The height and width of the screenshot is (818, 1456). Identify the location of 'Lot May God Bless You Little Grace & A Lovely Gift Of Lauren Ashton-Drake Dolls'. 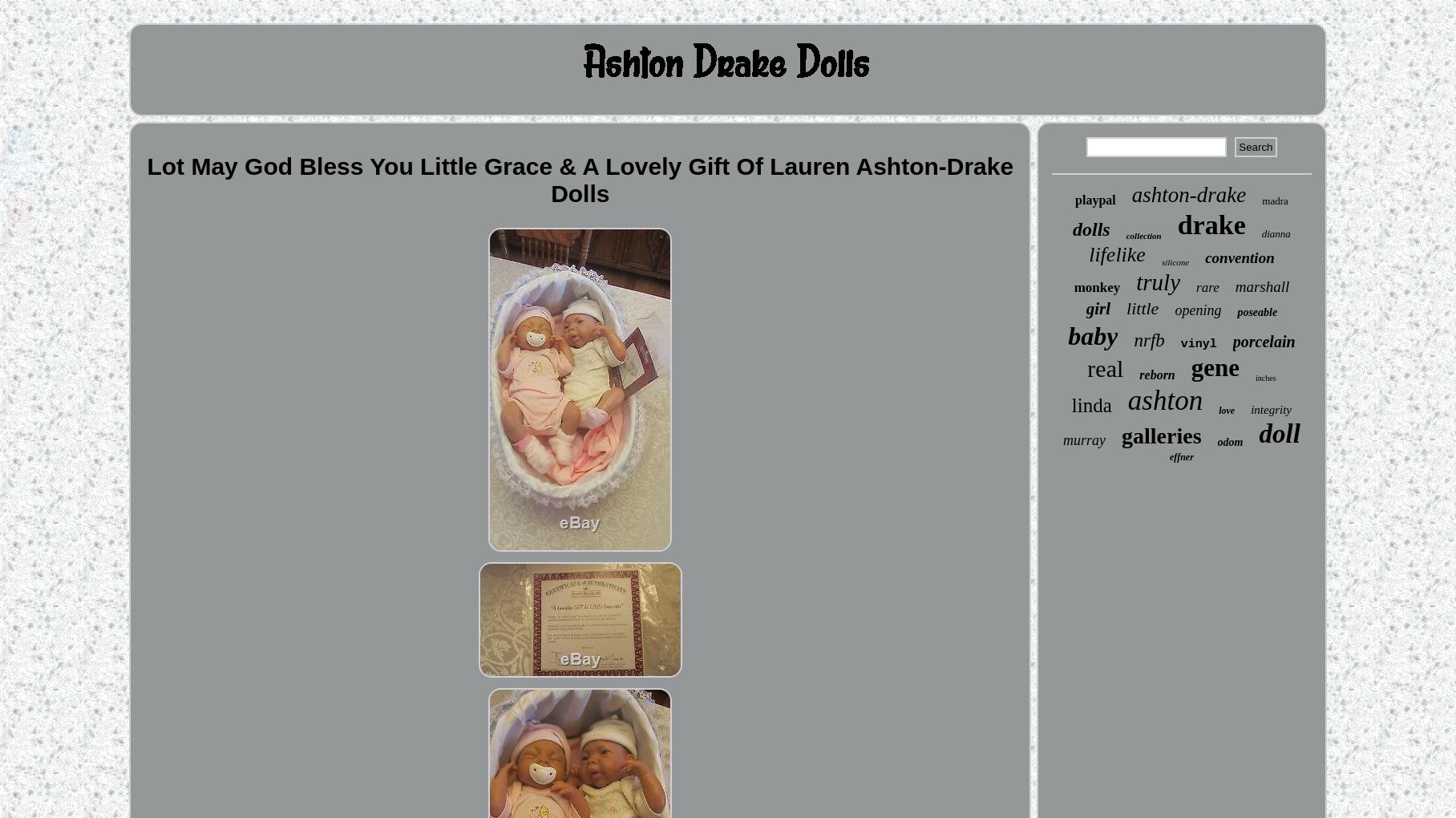
(147, 180).